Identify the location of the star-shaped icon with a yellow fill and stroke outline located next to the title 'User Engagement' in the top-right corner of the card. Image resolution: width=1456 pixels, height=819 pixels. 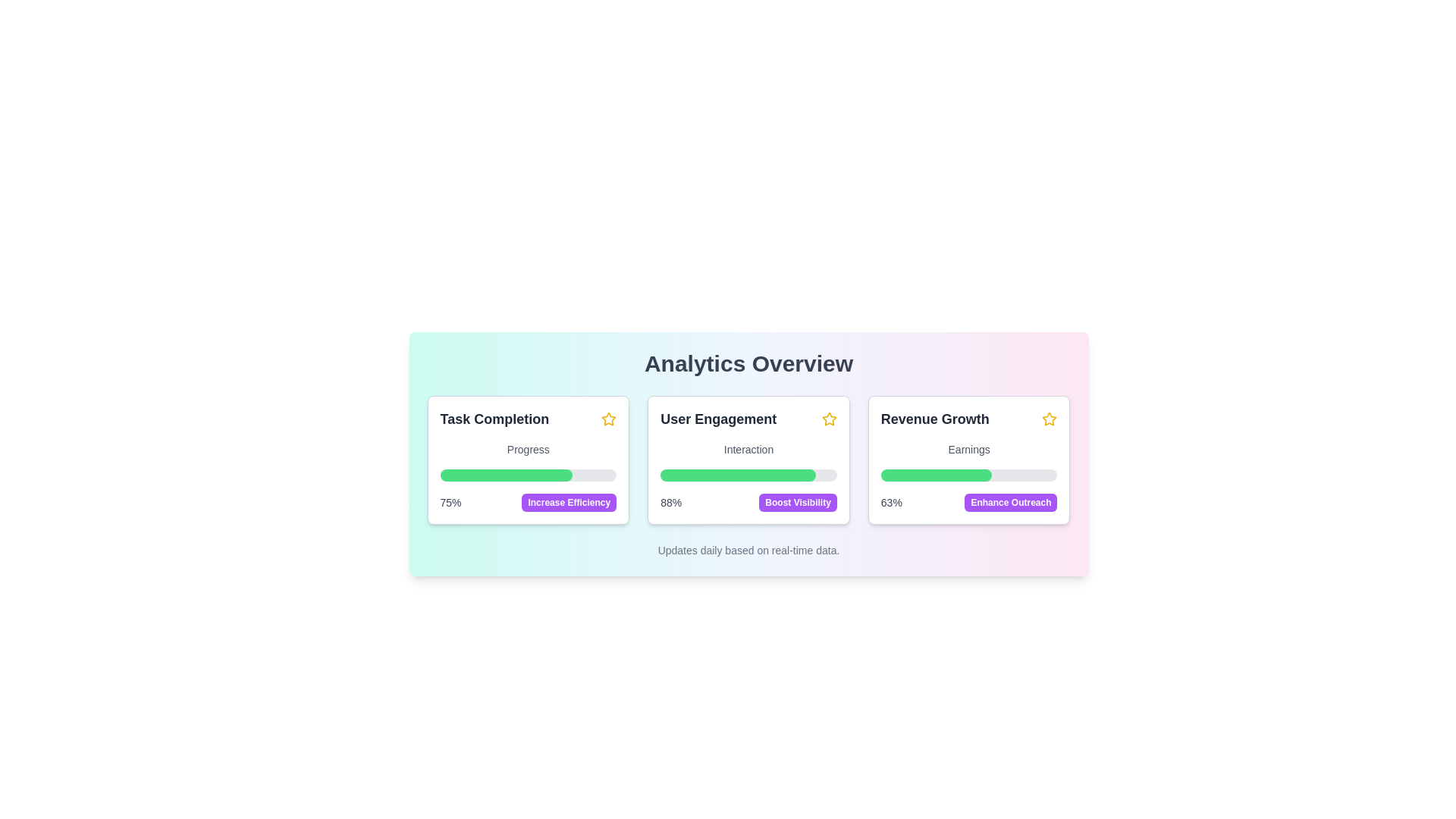
(828, 419).